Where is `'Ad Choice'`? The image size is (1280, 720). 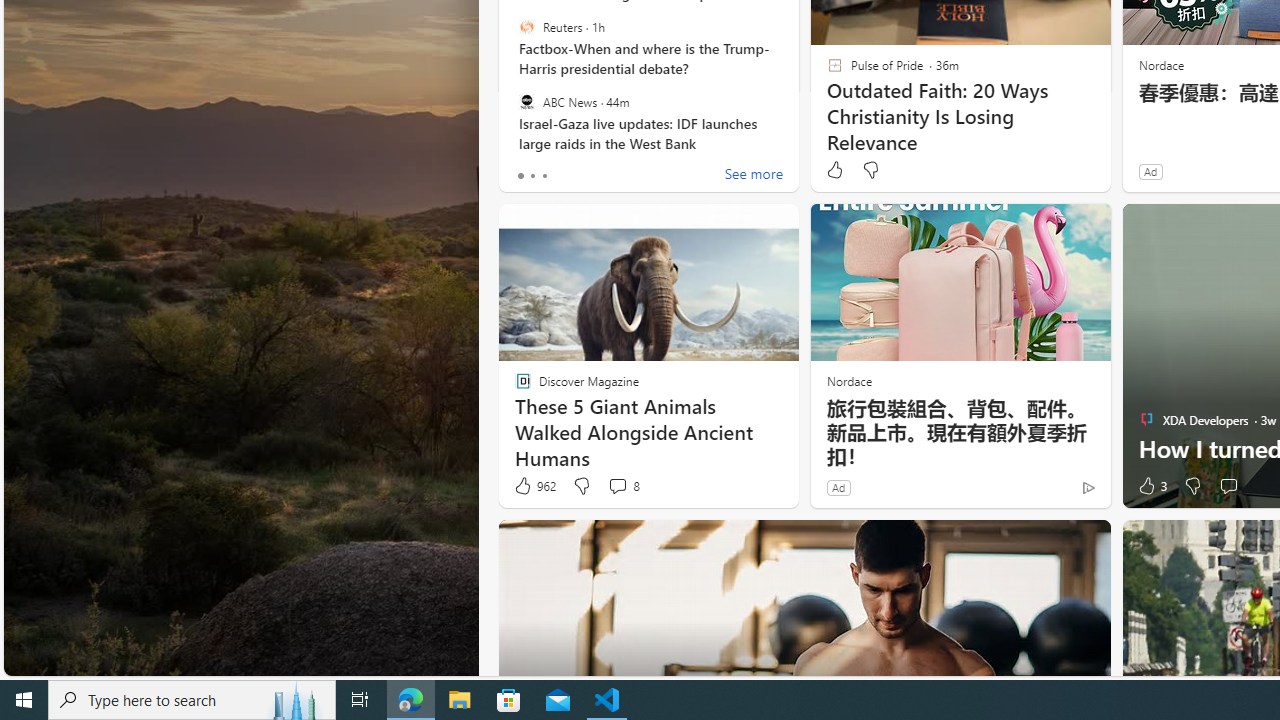 'Ad Choice' is located at coordinates (1087, 487).